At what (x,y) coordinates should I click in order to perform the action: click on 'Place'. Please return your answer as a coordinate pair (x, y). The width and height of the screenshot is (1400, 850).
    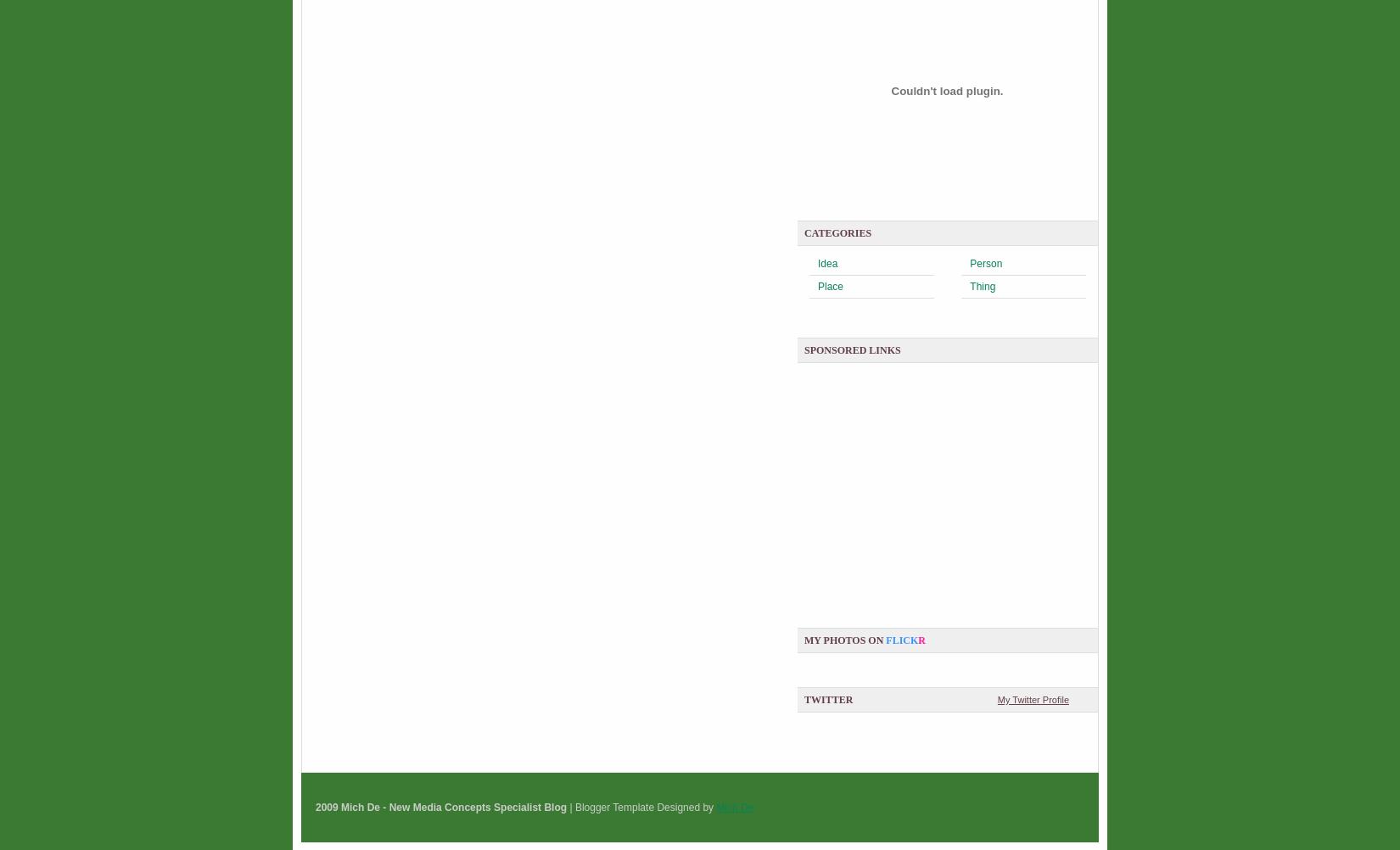
    Looking at the image, I should click on (830, 286).